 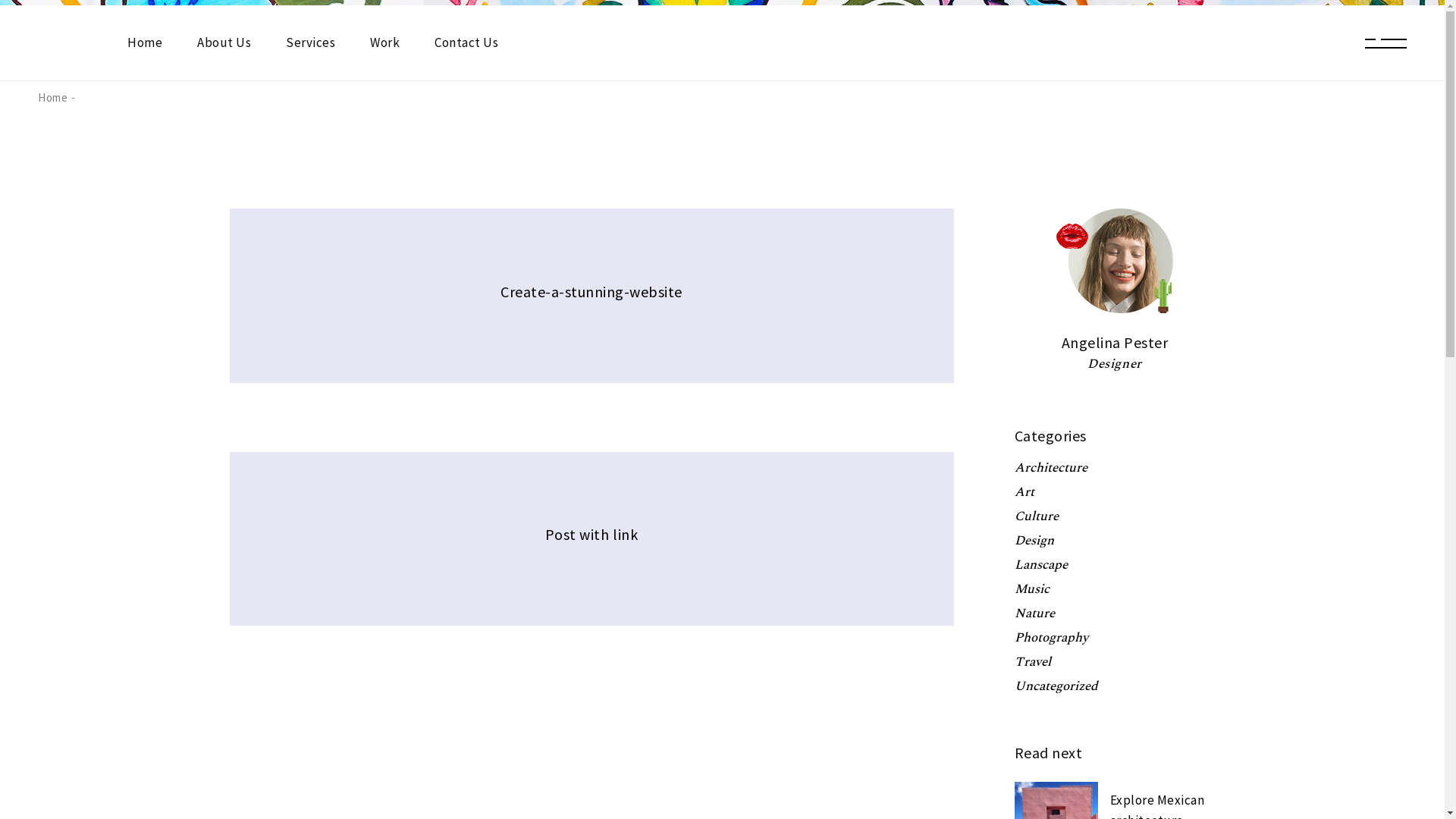 What do you see at coordinates (312, 623) in the screenshot?
I see `'Fb.'` at bounding box center [312, 623].